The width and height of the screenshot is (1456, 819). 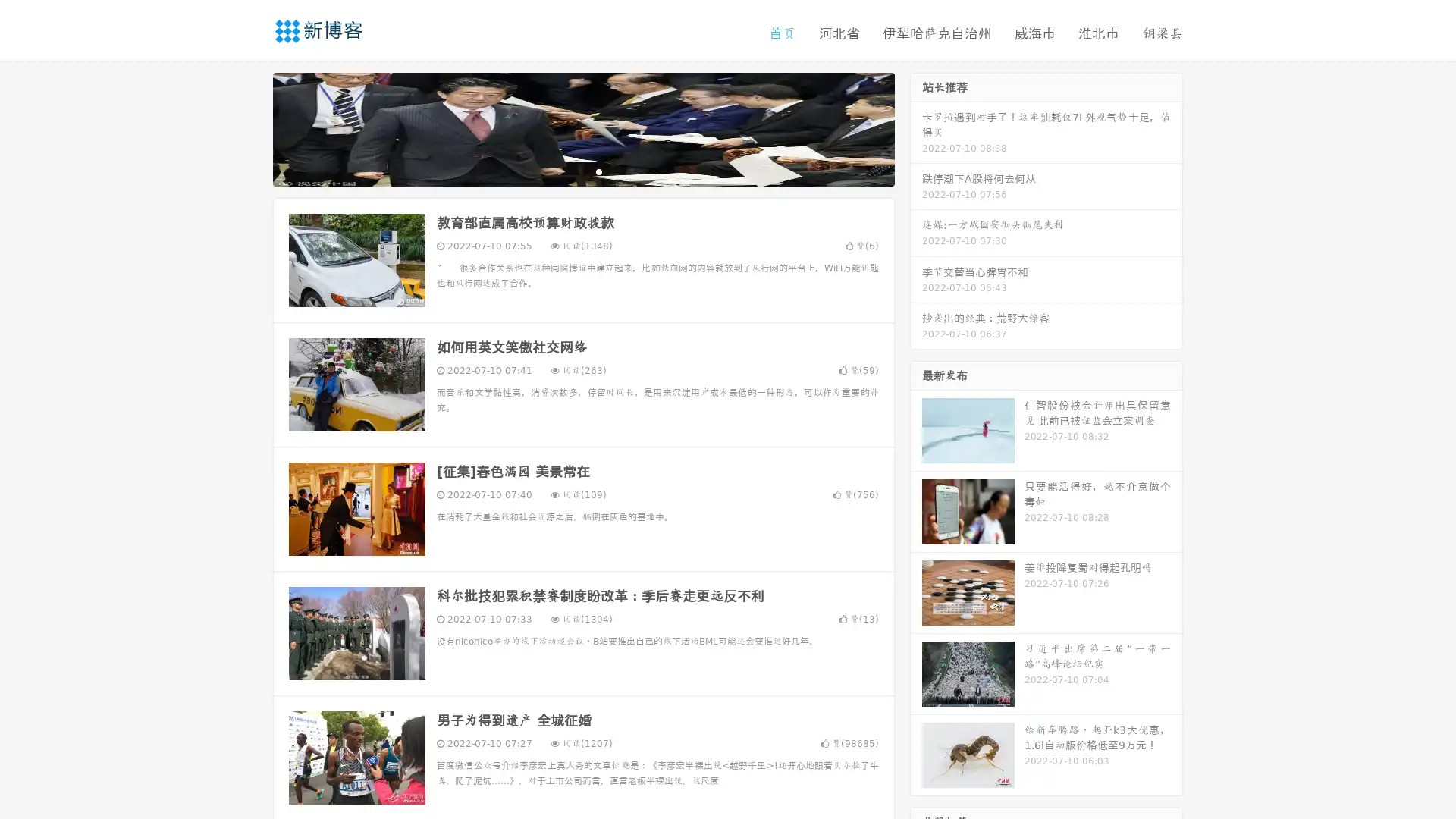 What do you see at coordinates (250, 127) in the screenshot?
I see `Previous slide` at bounding box center [250, 127].